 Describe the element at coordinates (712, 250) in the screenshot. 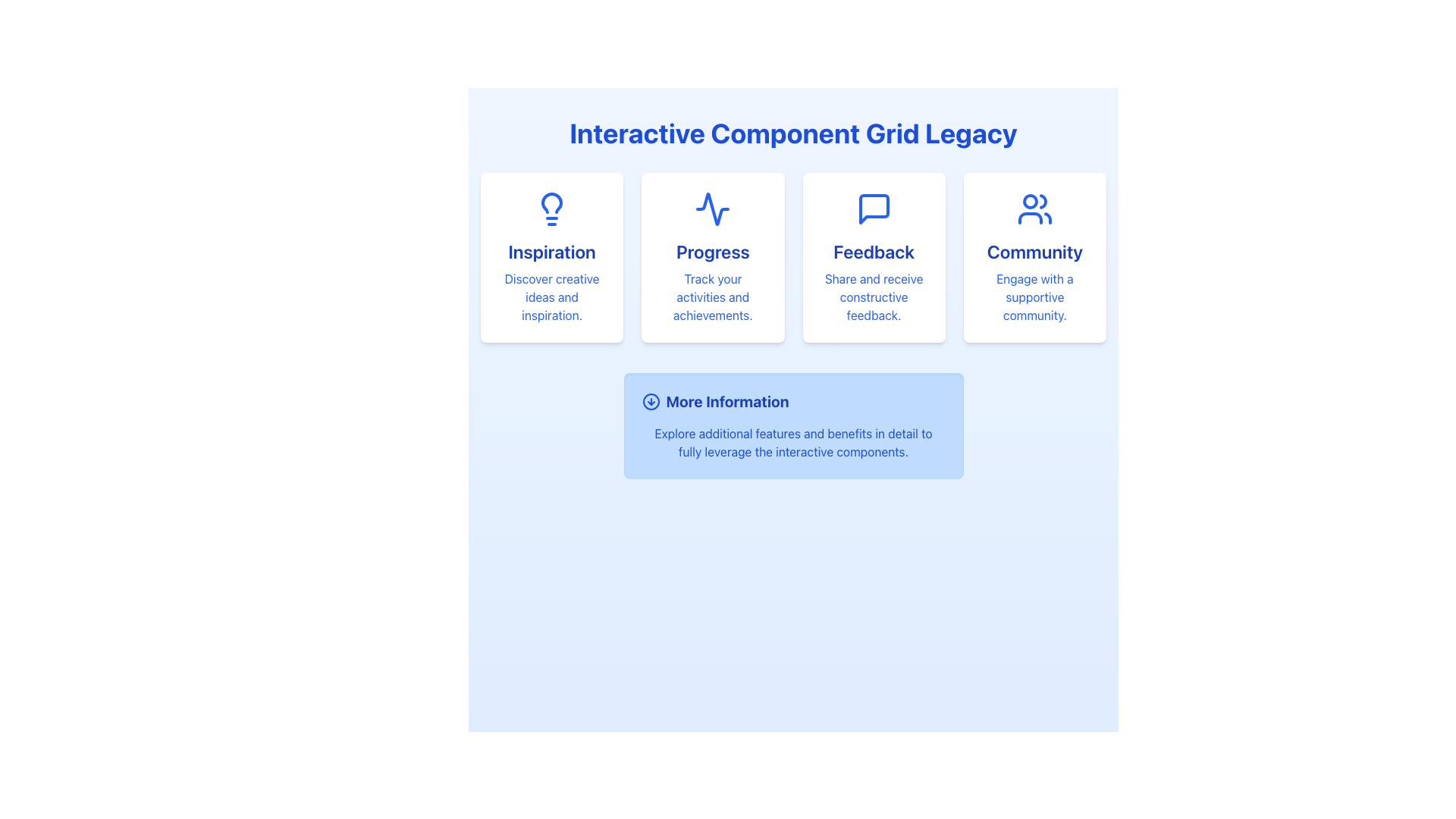

I see `the text label indicating the theme or purpose of the second card from the left in the horizontal row of four cards for copy-pasting` at that location.